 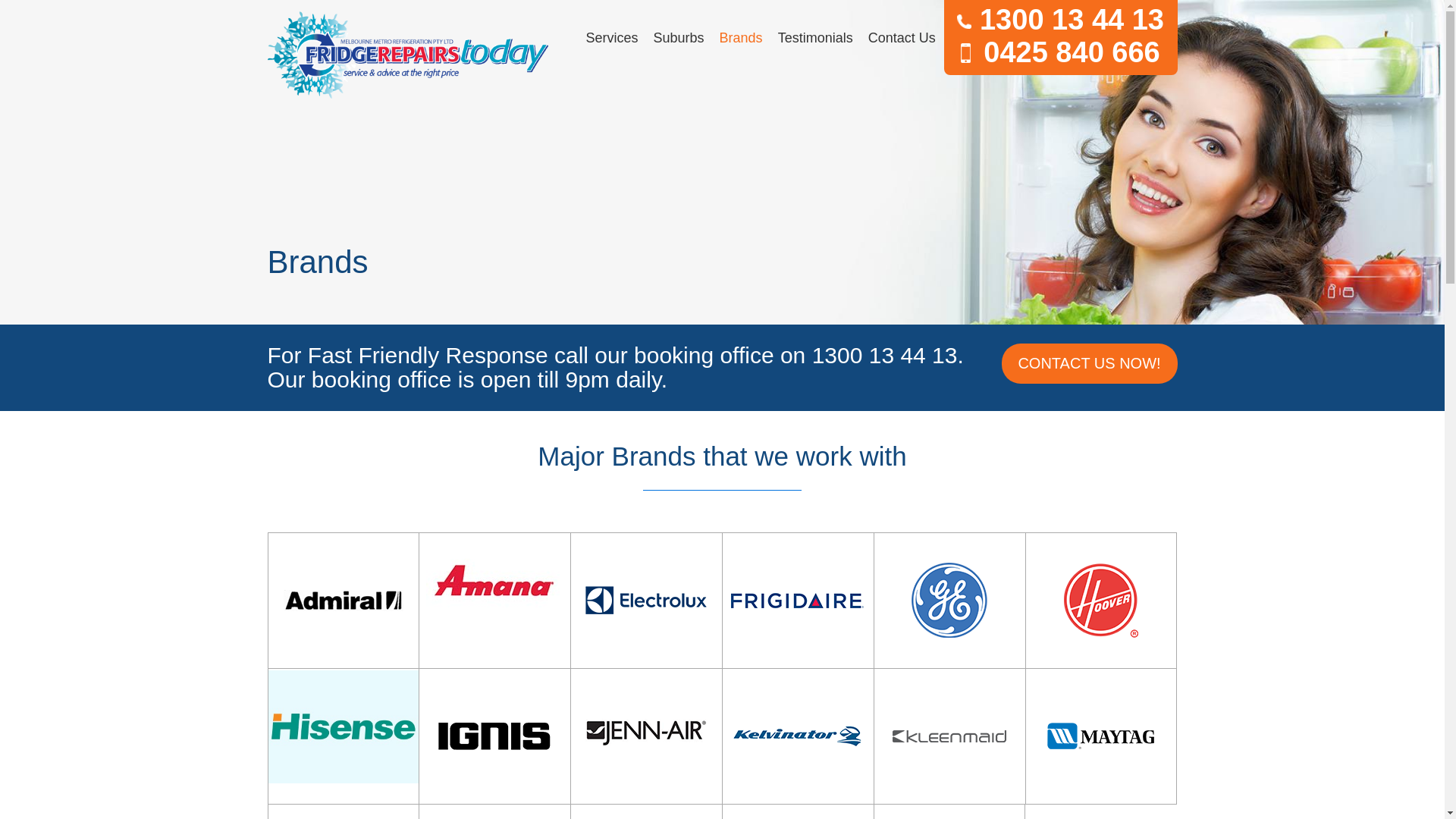 What do you see at coordinates (611, 37) in the screenshot?
I see `'Services'` at bounding box center [611, 37].